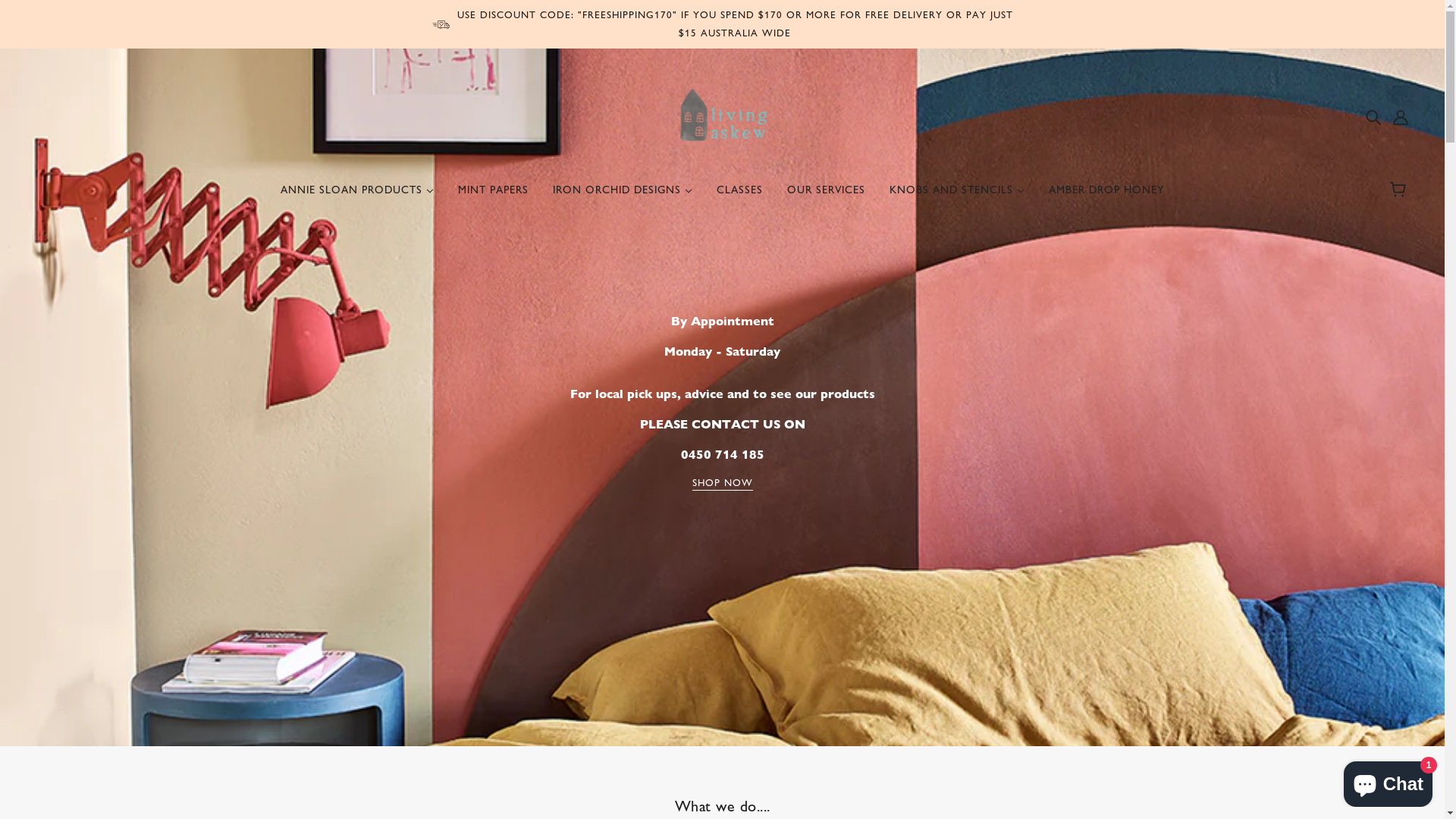  I want to click on 'MINT PAPERS', so click(493, 195).